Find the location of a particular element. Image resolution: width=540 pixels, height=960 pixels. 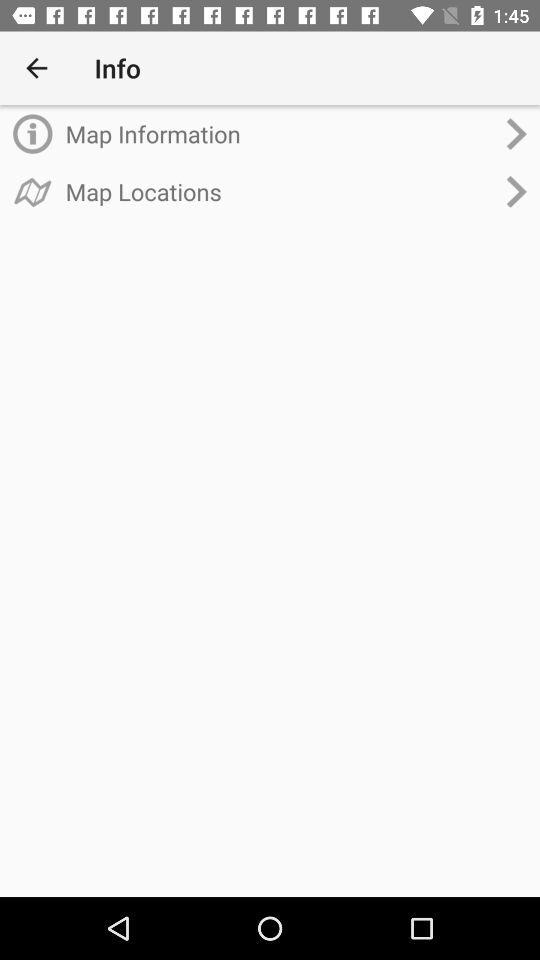

the item to the left of info is located at coordinates (36, 68).